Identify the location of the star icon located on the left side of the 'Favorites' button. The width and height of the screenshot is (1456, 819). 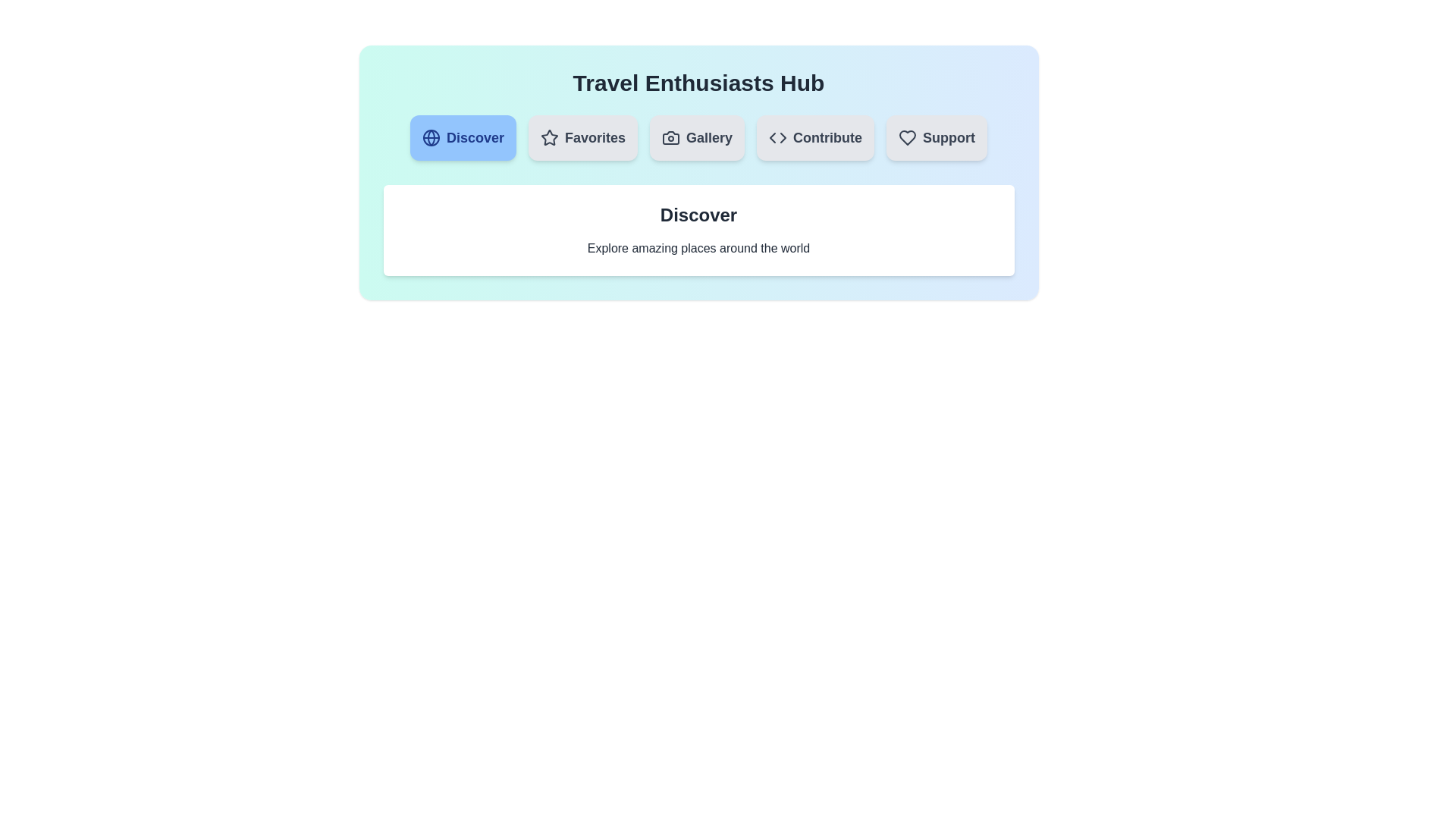
(548, 137).